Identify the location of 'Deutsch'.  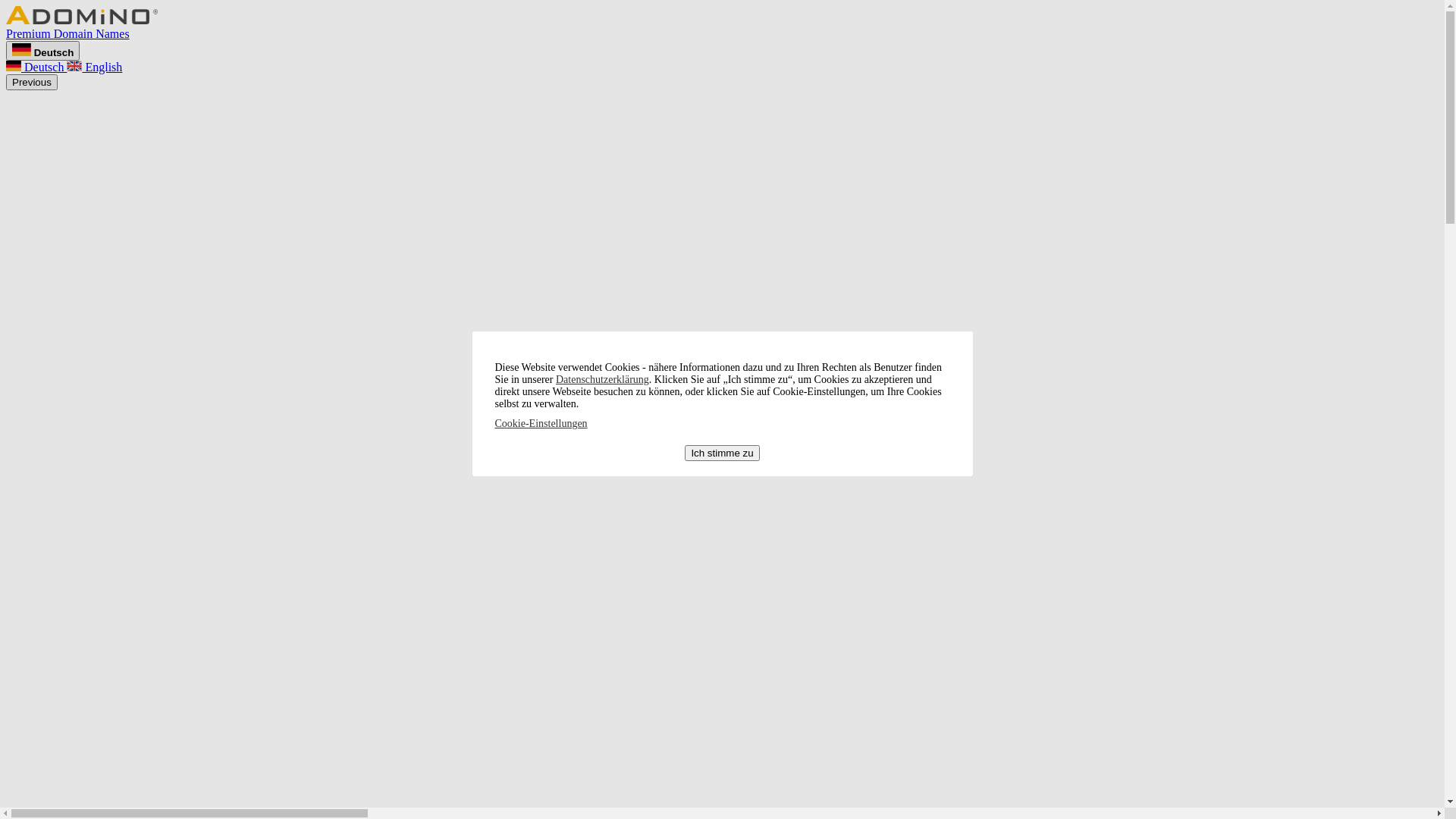
(36, 66).